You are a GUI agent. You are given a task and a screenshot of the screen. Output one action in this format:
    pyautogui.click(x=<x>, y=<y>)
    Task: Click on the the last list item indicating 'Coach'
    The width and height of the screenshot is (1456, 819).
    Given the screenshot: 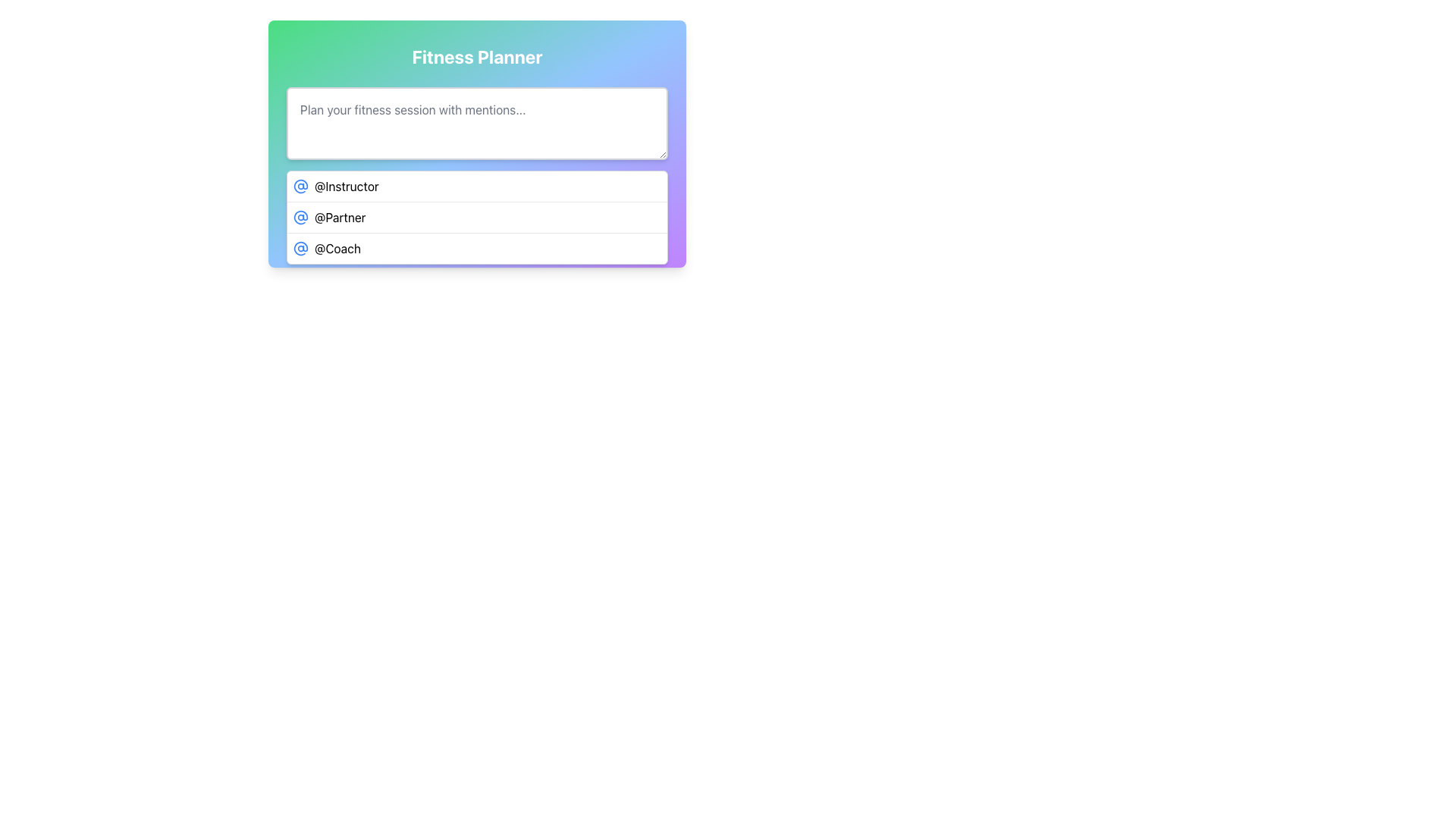 What is the action you would take?
    pyautogui.click(x=476, y=247)
    